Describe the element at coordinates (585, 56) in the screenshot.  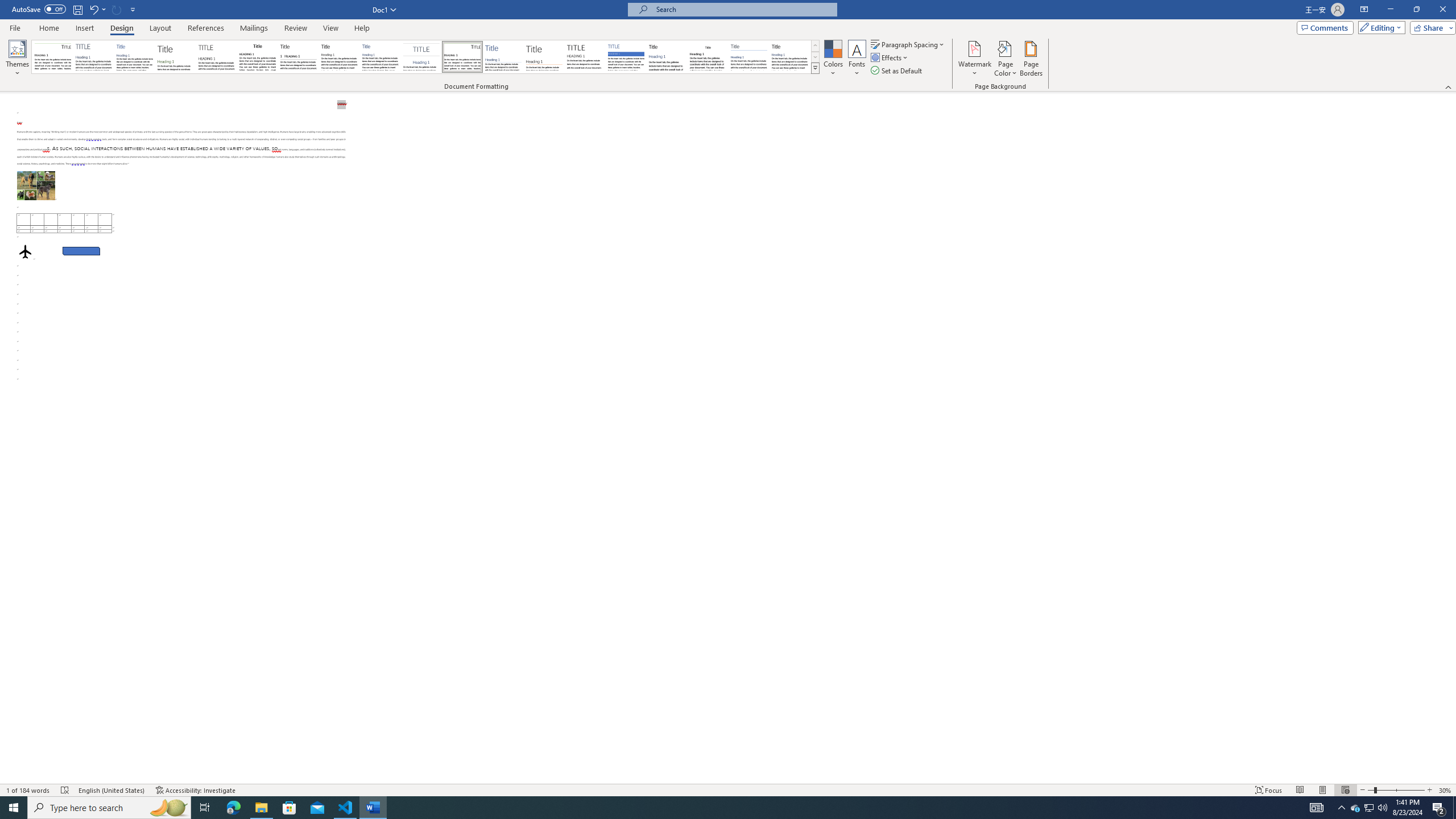
I see `'Minimalist'` at that location.